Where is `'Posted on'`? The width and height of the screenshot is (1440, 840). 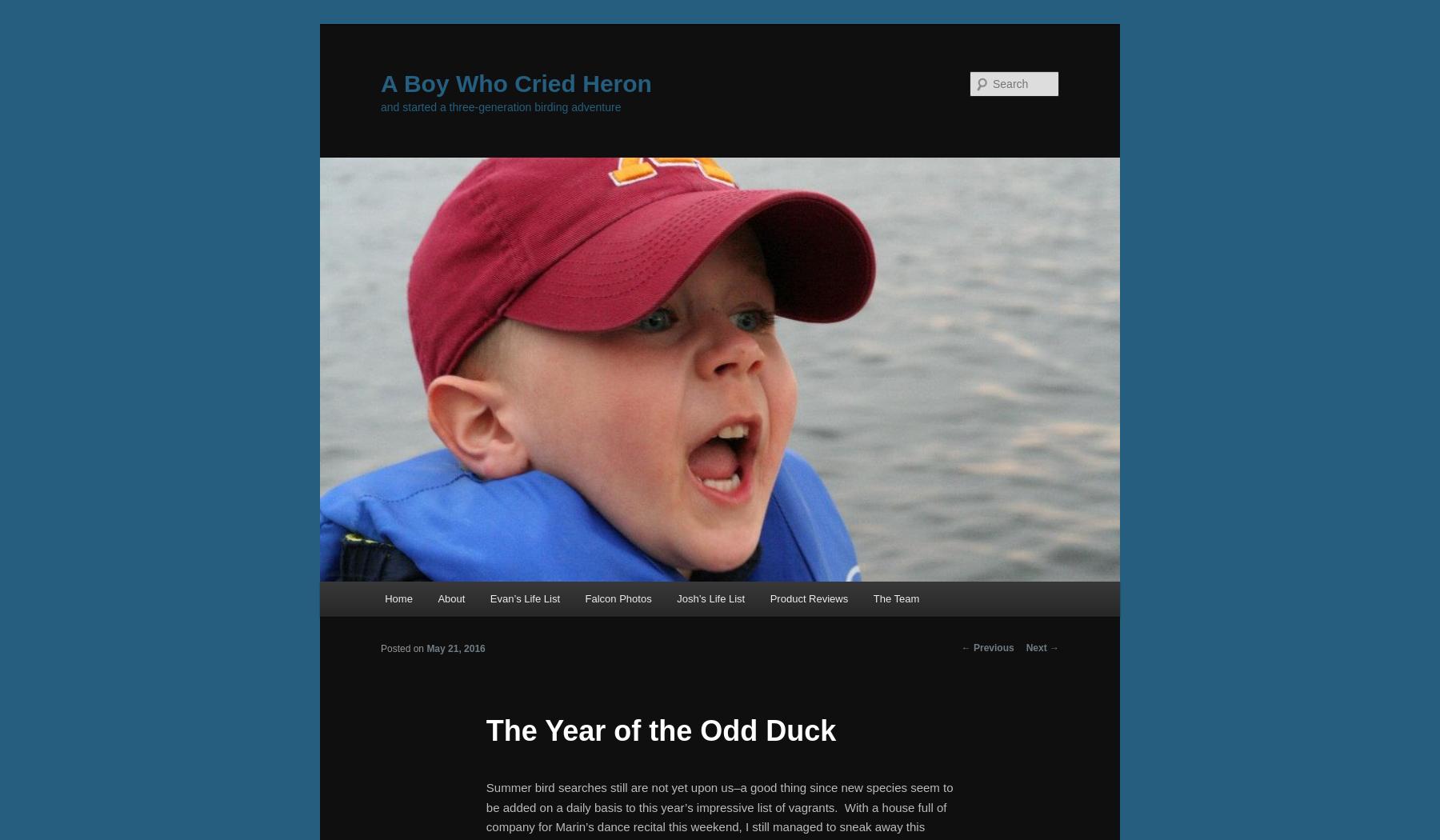 'Posted on' is located at coordinates (402, 646).